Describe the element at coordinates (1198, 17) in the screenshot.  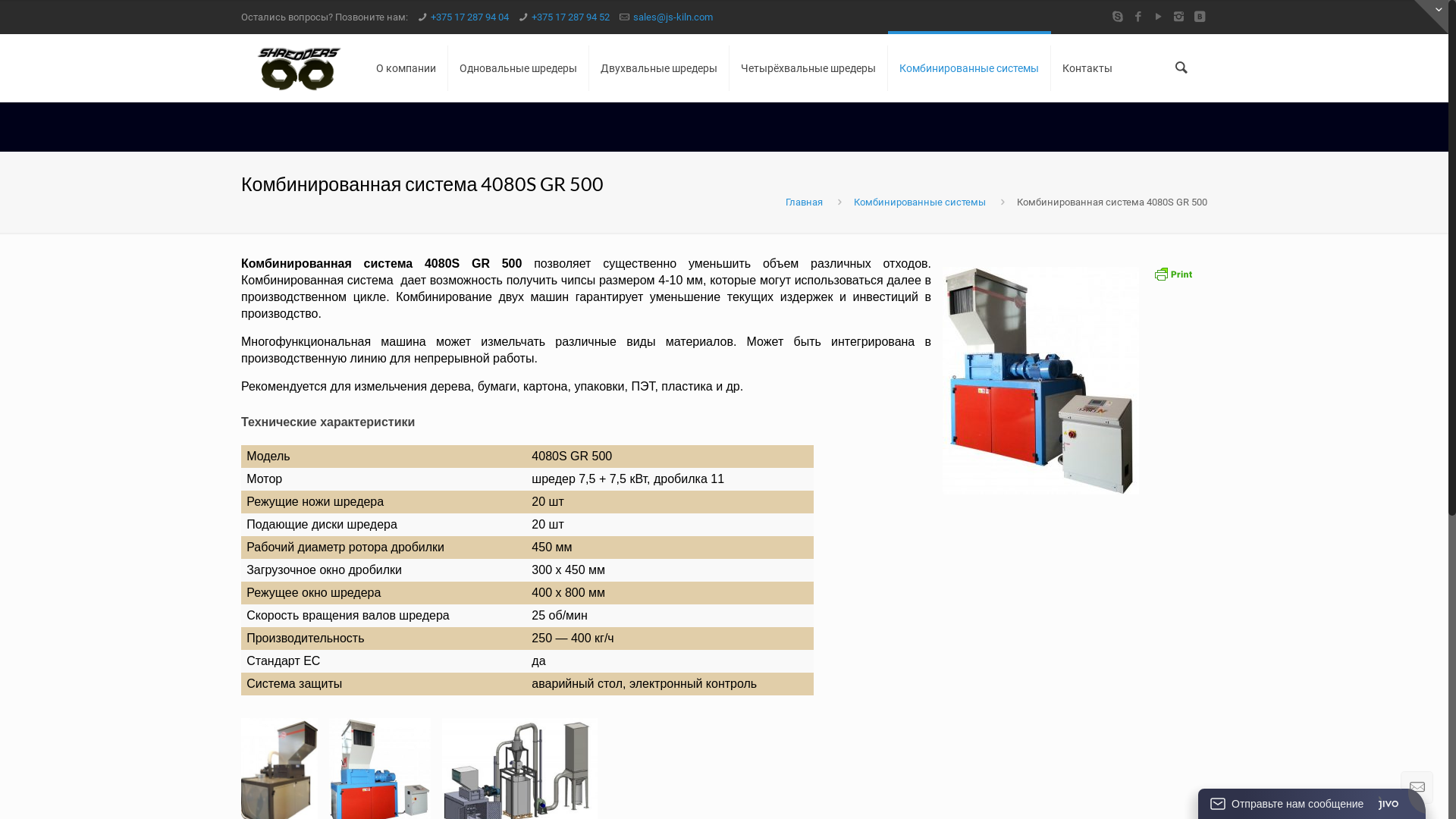
I see `'VKontakte'` at that location.